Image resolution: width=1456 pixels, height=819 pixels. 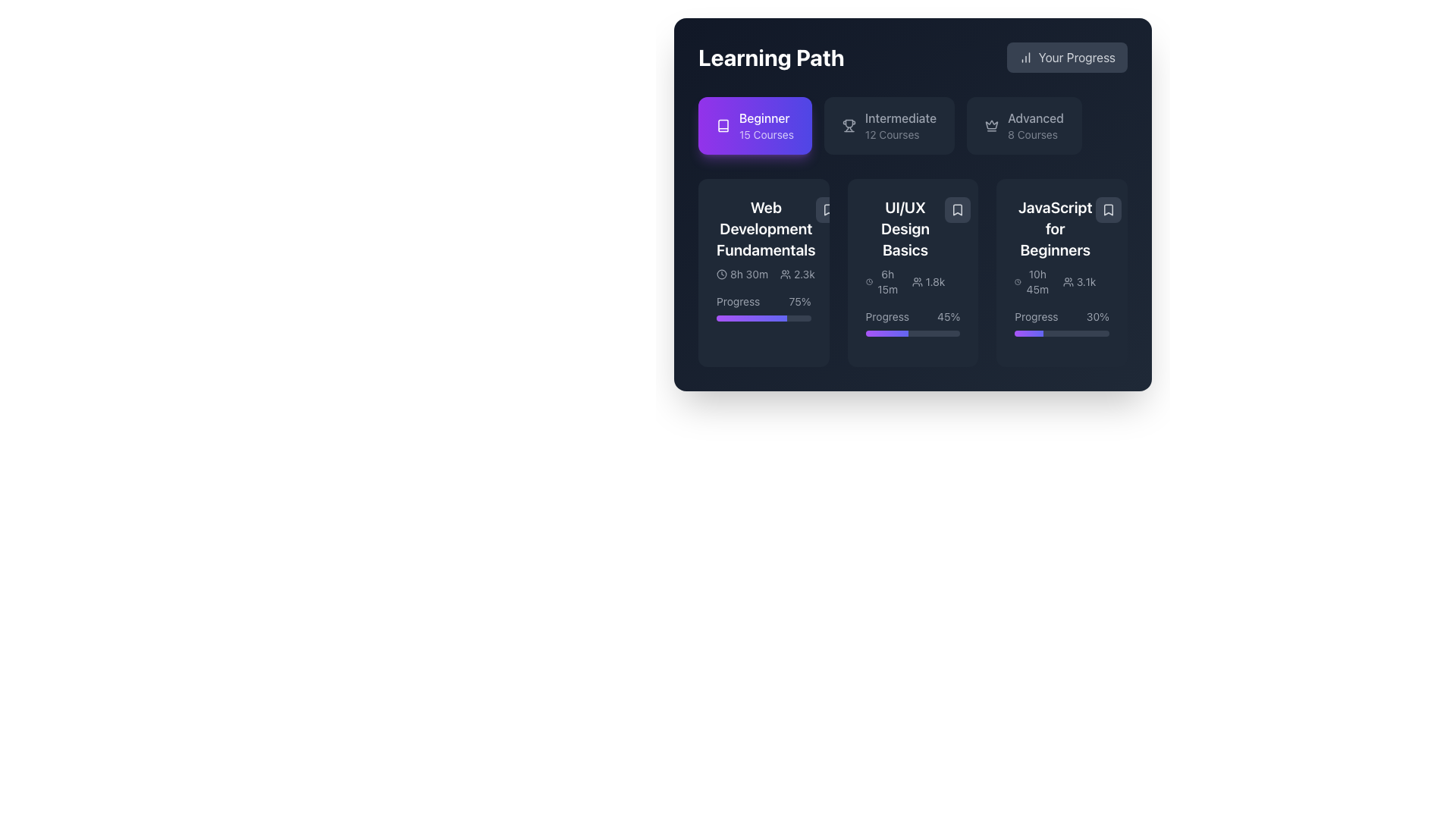 I want to click on the text label displaying '12 Courses', which is styled with a smaller font and a slightly transparent appearance, located below the 'Intermediate' label in the 'Intermediate' section, so click(x=901, y=133).